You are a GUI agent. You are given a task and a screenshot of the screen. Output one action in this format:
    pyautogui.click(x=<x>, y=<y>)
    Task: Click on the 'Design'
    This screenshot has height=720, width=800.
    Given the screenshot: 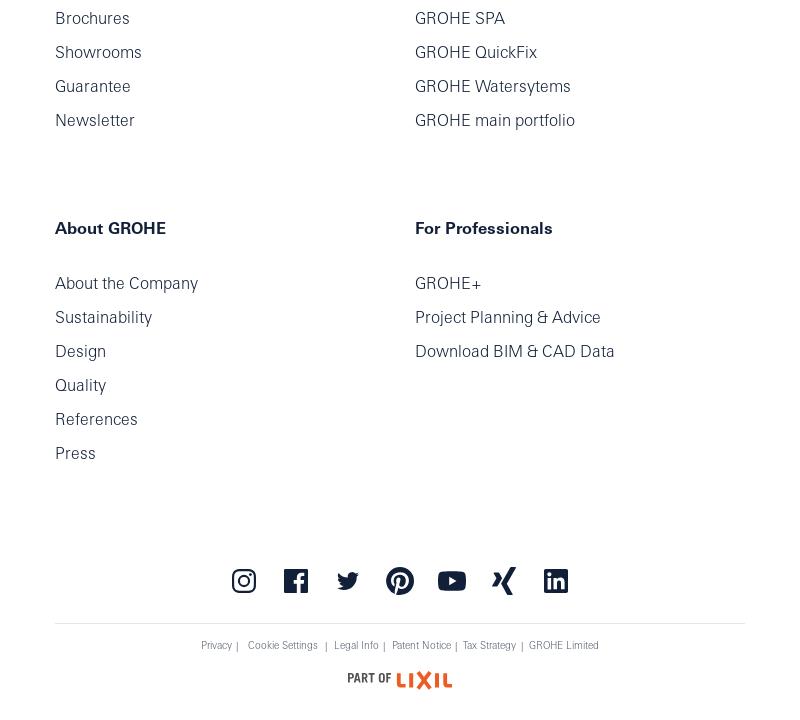 What is the action you would take?
    pyautogui.click(x=80, y=348)
    